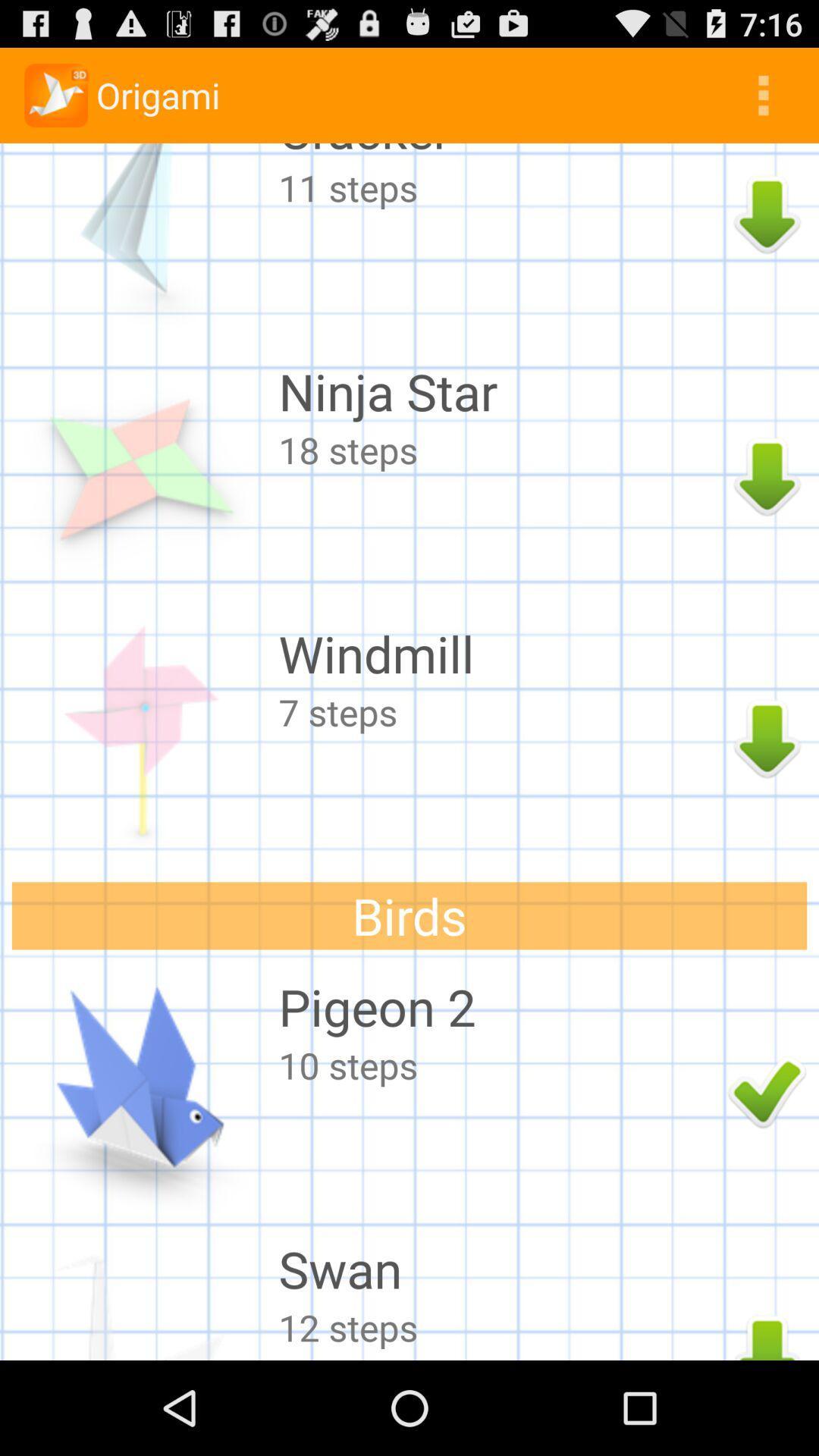 Image resolution: width=819 pixels, height=1456 pixels. Describe the element at coordinates (499, 1064) in the screenshot. I see `the item above the swan item` at that location.